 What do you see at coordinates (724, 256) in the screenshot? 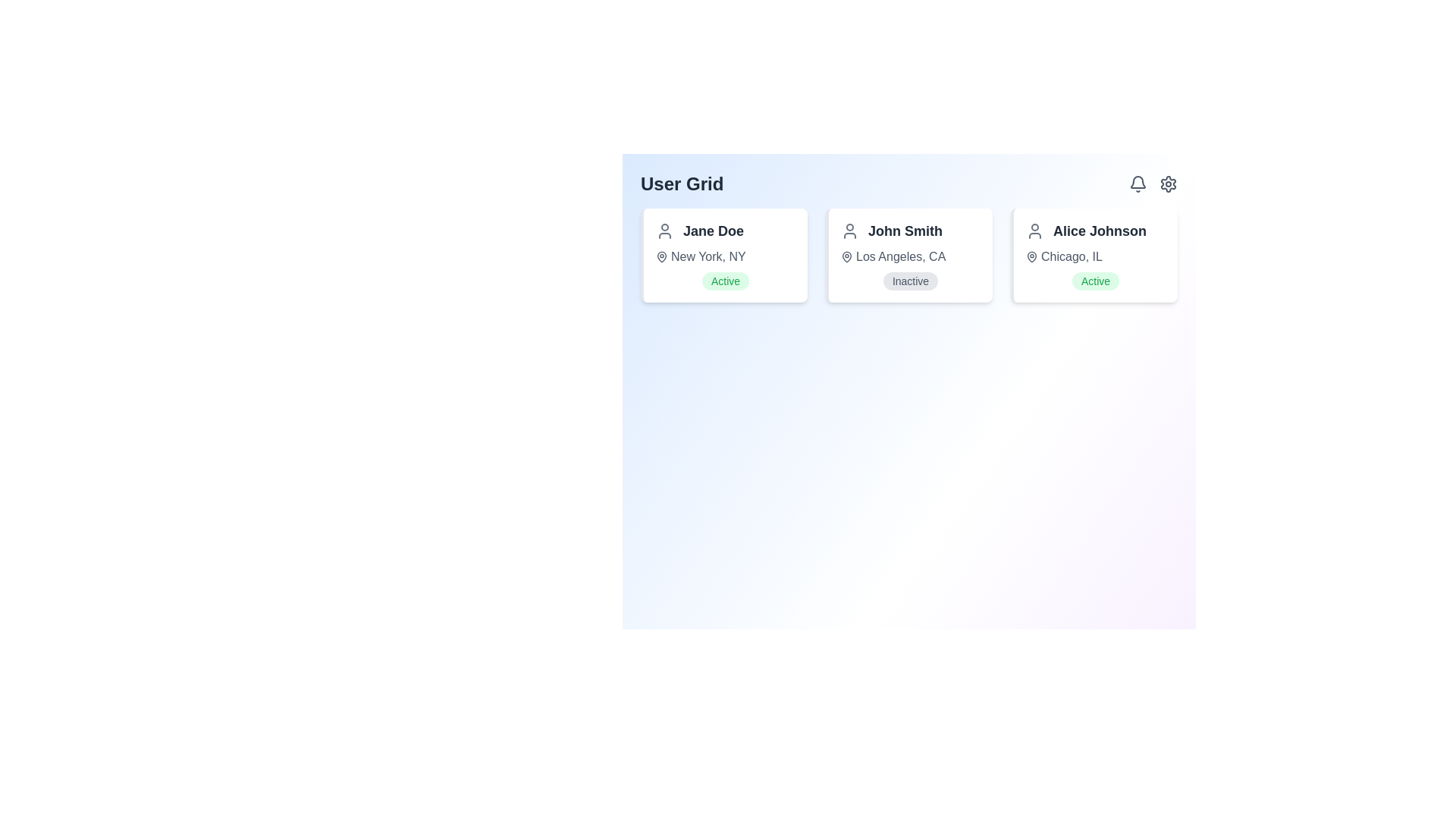
I see `location information displayed in the text label that shows 'New York, NY' in gray font, which is accompanied by a location pin icon, located below the name 'Jane Doe'` at bounding box center [724, 256].